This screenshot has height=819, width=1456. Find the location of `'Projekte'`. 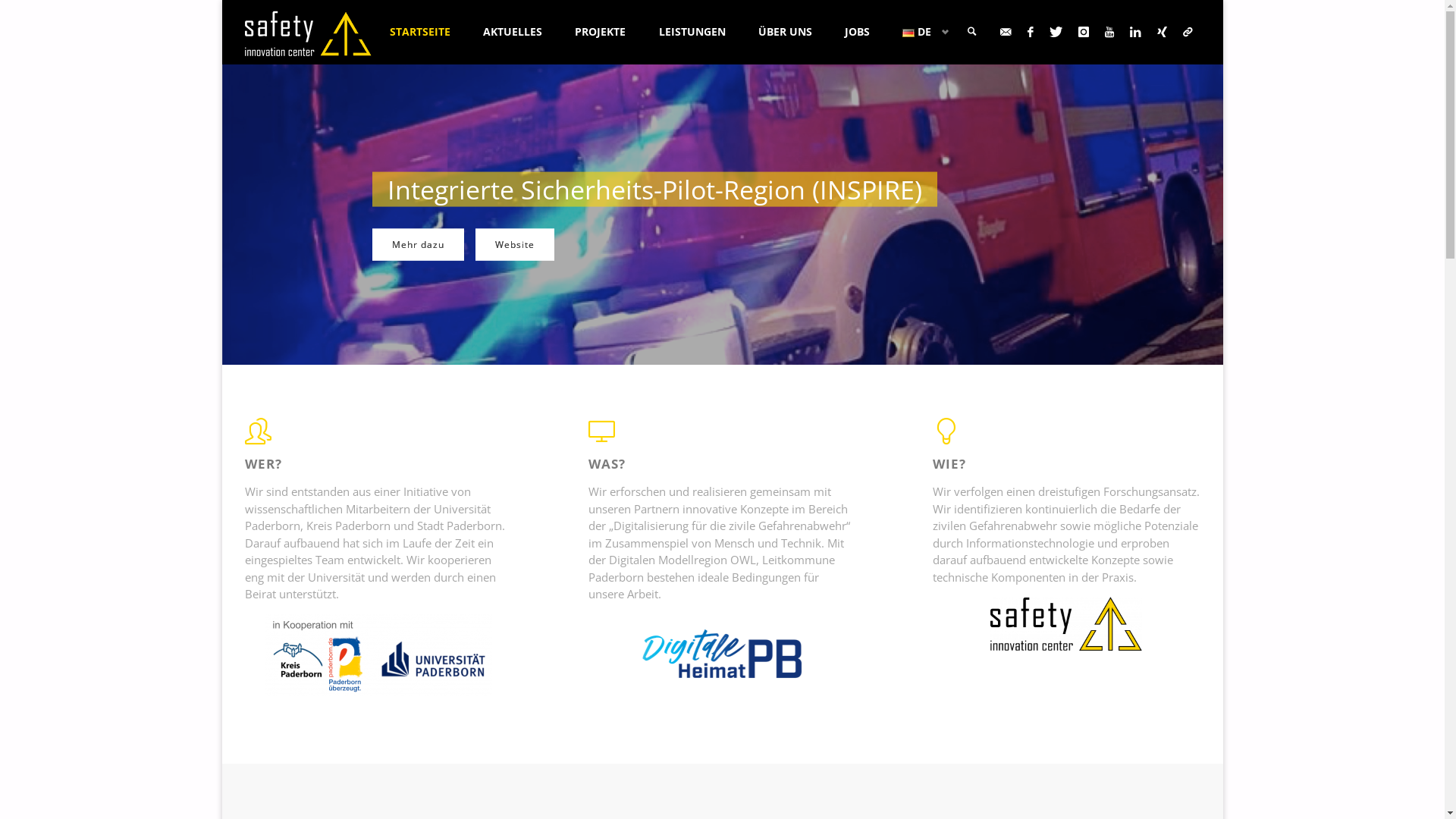

'Projekte' is located at coordinates (508, 244).